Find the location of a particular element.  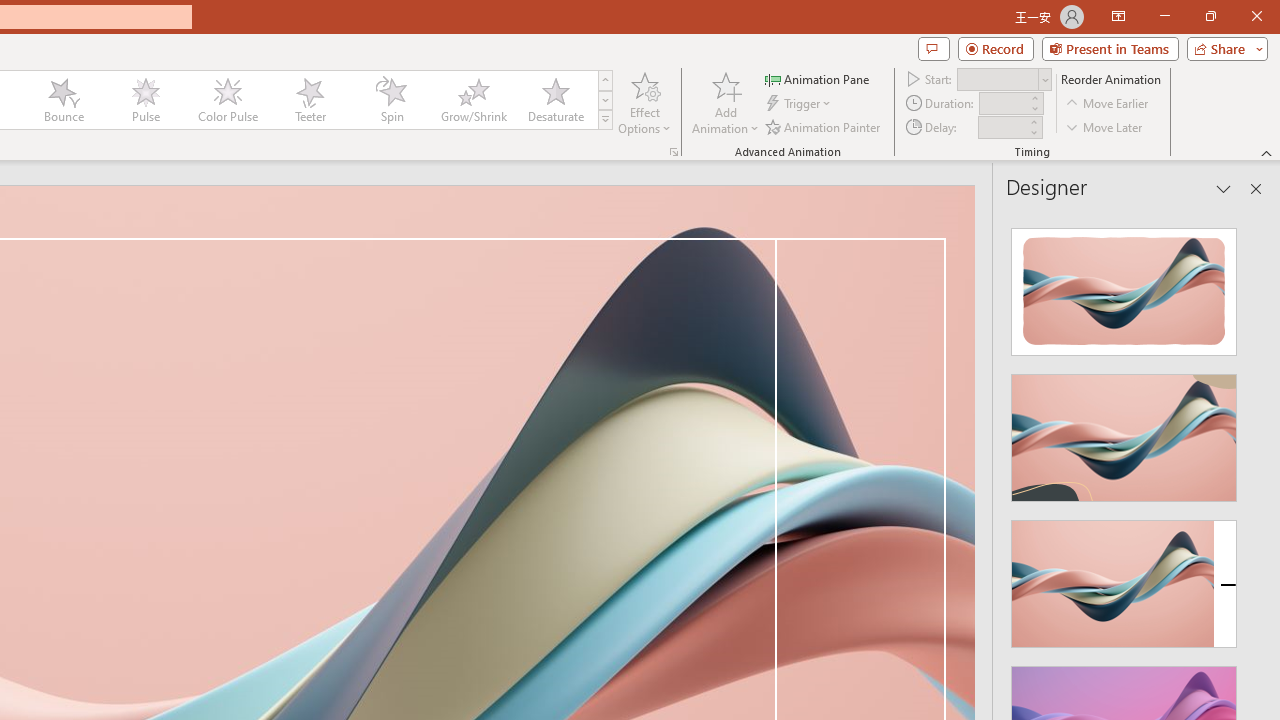

'Pulse' is located at coordinates (144, 100).